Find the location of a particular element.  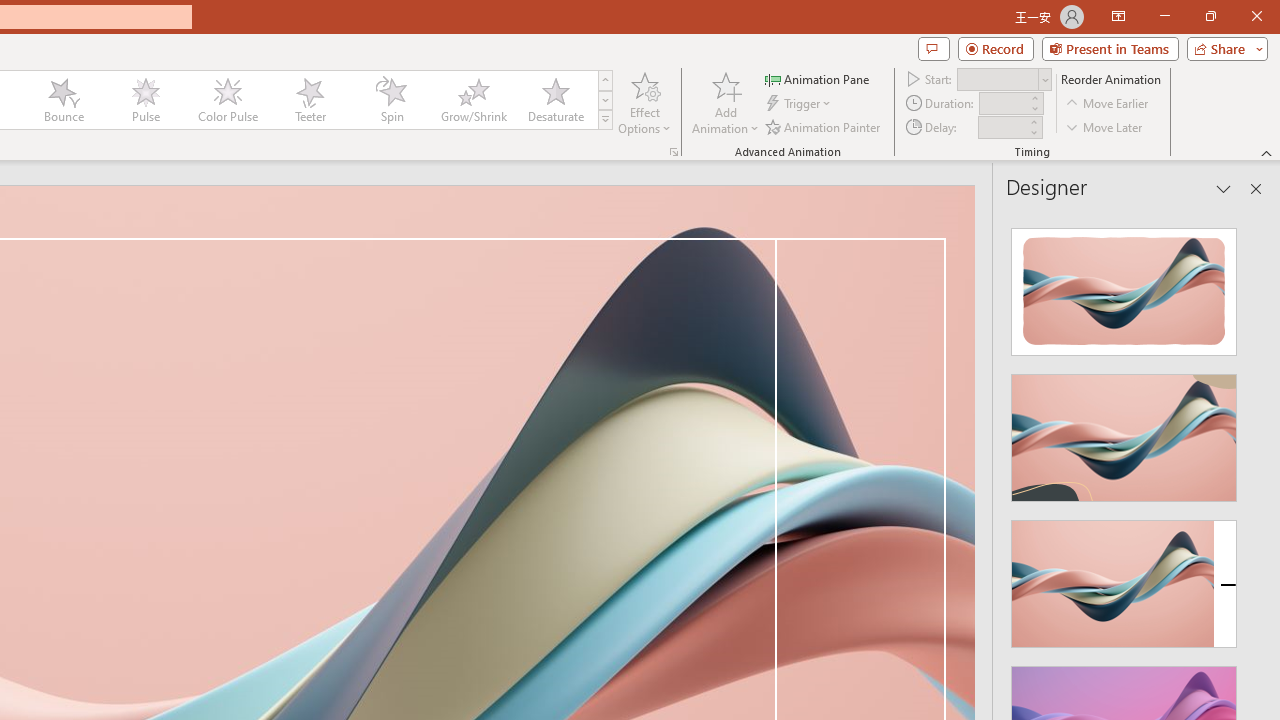

'Pulse' is located at coordinates (144, 100).